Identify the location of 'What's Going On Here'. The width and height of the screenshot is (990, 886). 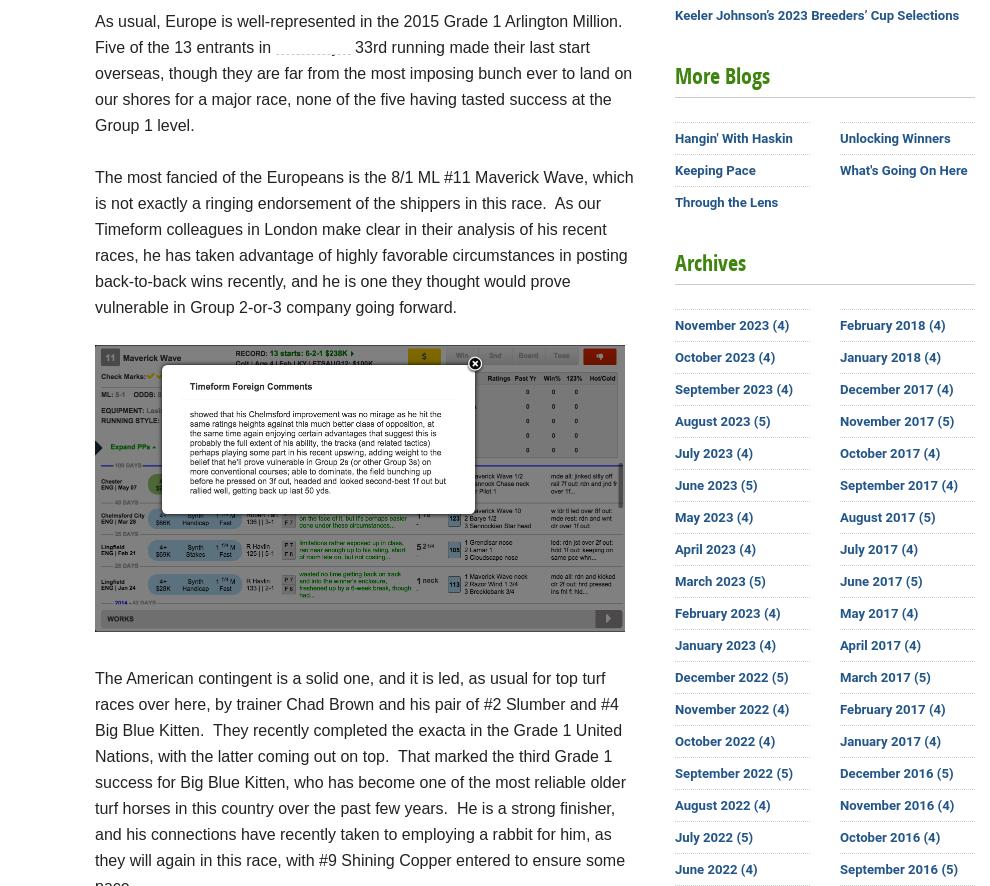
(902, 169).